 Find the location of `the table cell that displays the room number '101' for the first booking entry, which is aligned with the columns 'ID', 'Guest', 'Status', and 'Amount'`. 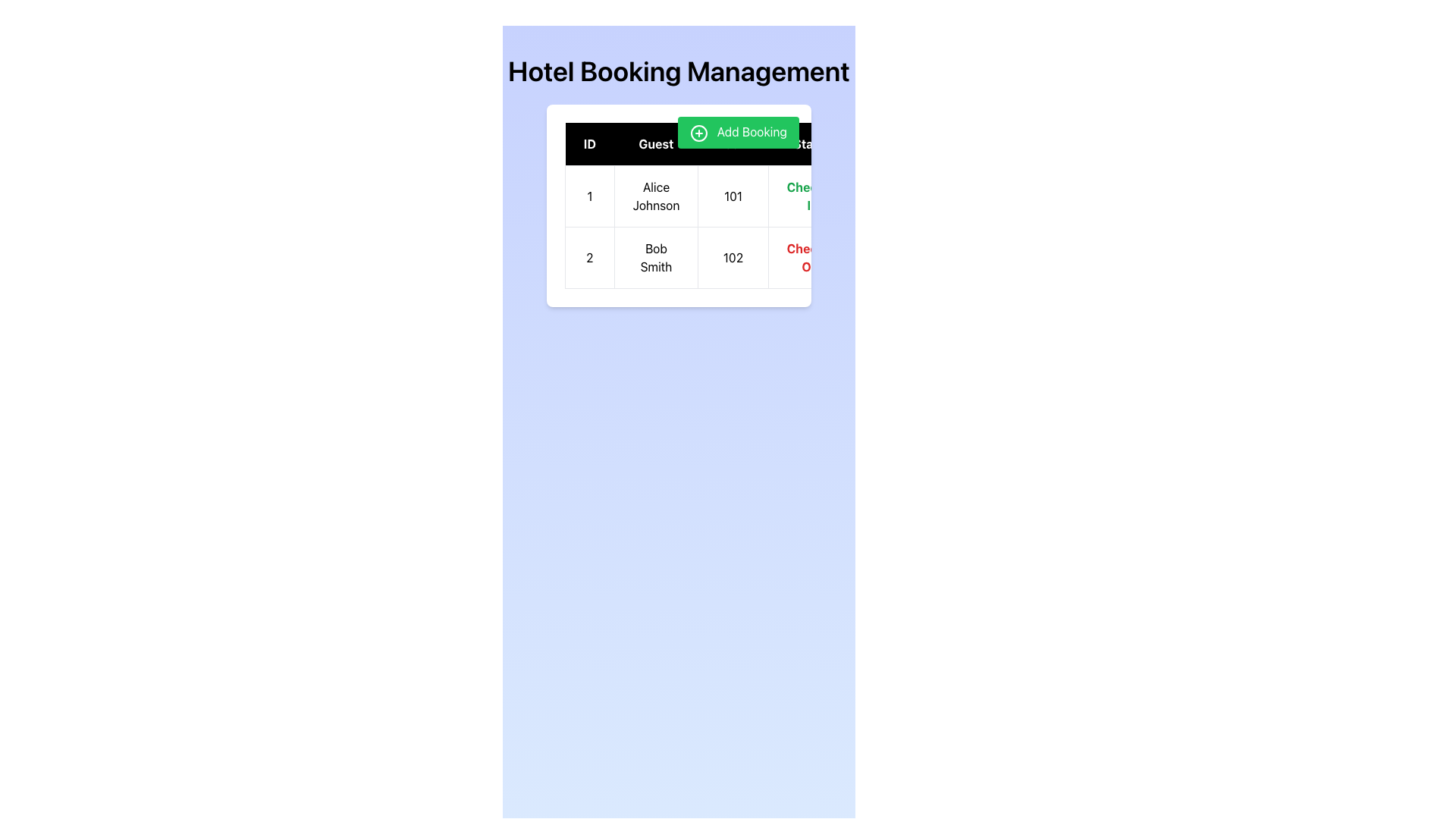

the table cell that displays the room number '101' for the first booking entry, which is aligned with the columns 'ID', 'Guest', 'Status', and 'Amount' is located at coordinates (753, 227).